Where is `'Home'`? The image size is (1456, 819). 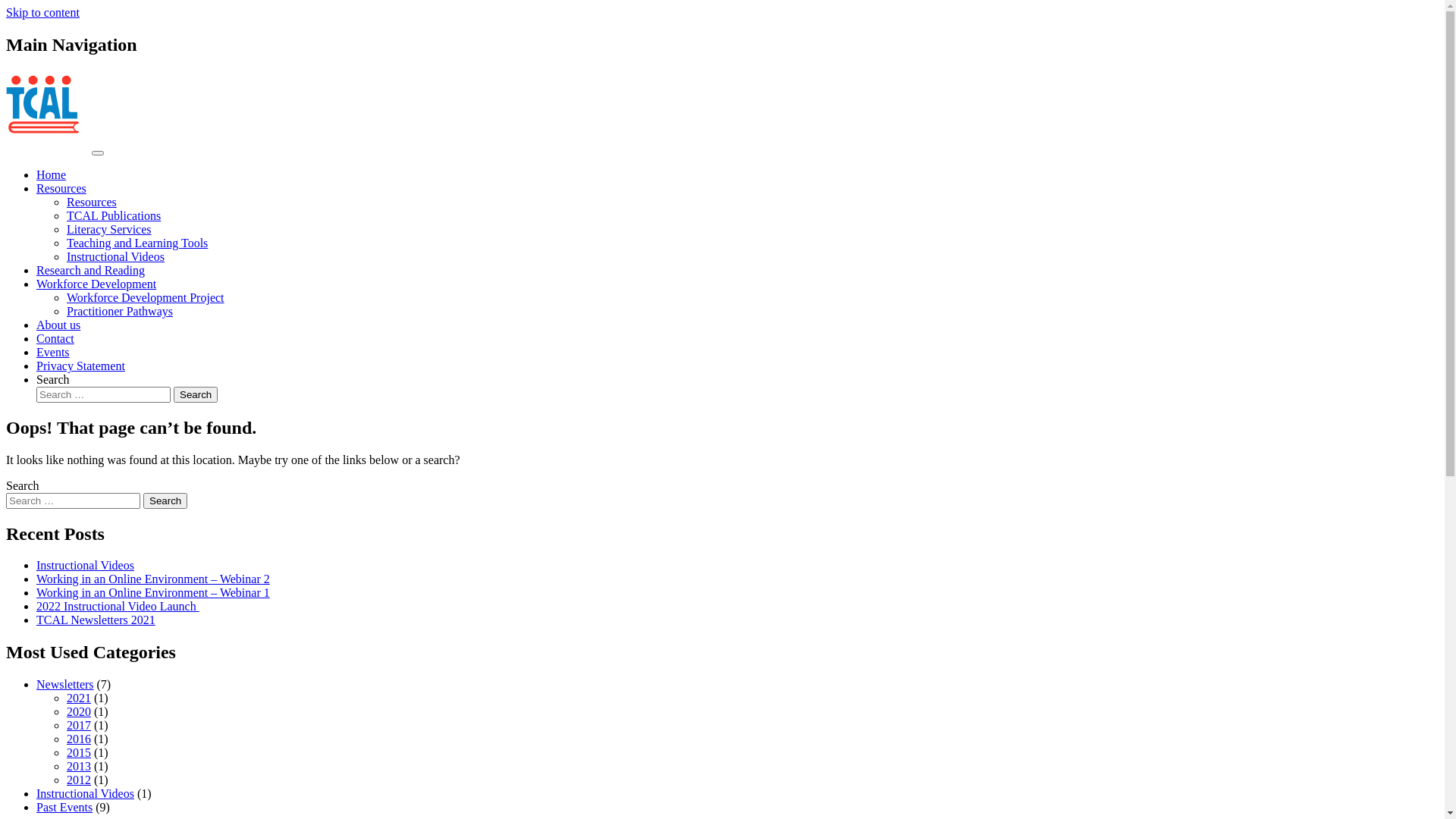
'Home' is located at coordinates (36, 174).